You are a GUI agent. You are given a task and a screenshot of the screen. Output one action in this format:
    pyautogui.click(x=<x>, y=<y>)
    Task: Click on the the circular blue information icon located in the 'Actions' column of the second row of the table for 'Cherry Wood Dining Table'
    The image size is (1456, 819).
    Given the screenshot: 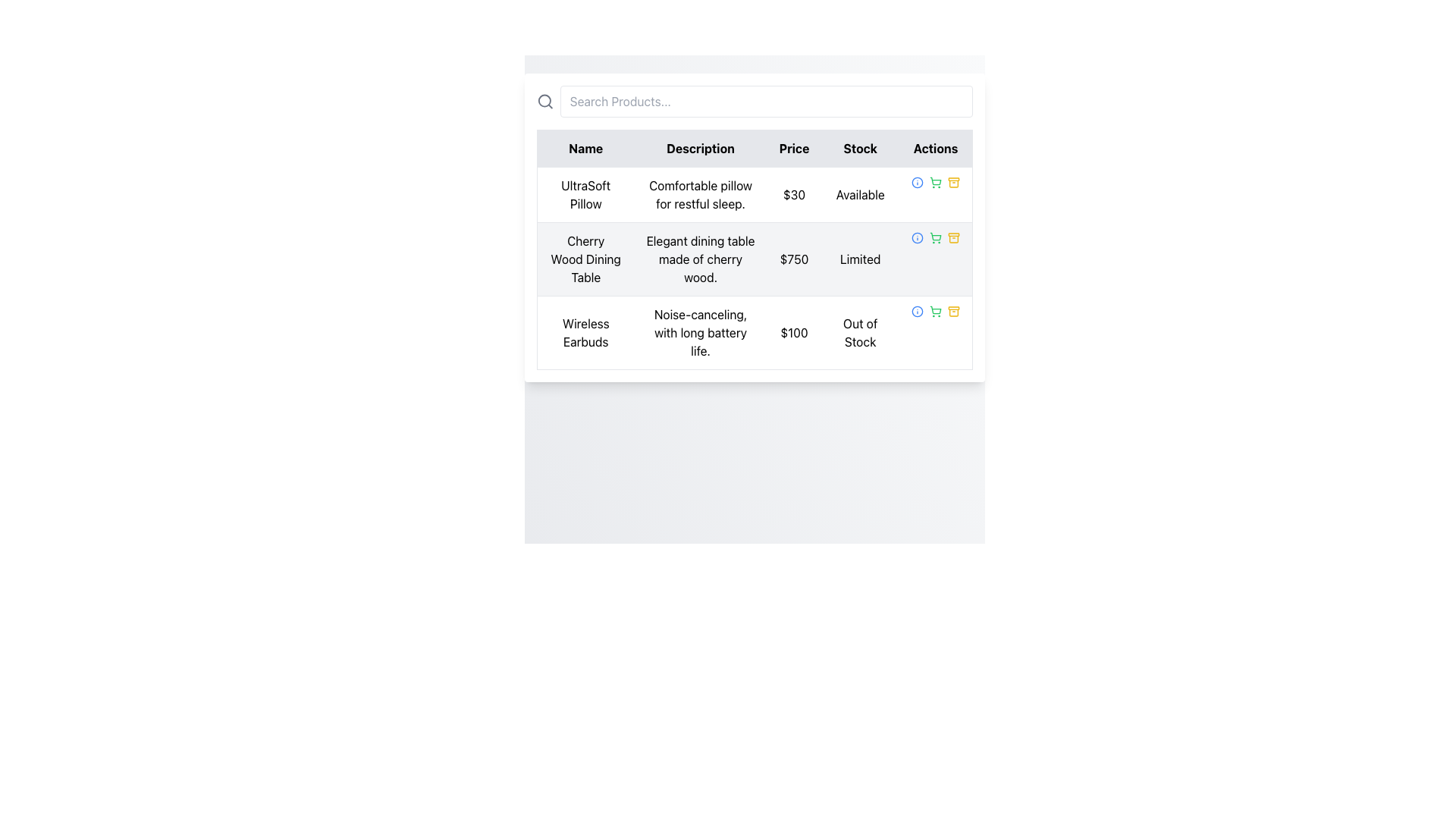 What is the action you would take?
    pyautogui.click(x=916, y=237)
    